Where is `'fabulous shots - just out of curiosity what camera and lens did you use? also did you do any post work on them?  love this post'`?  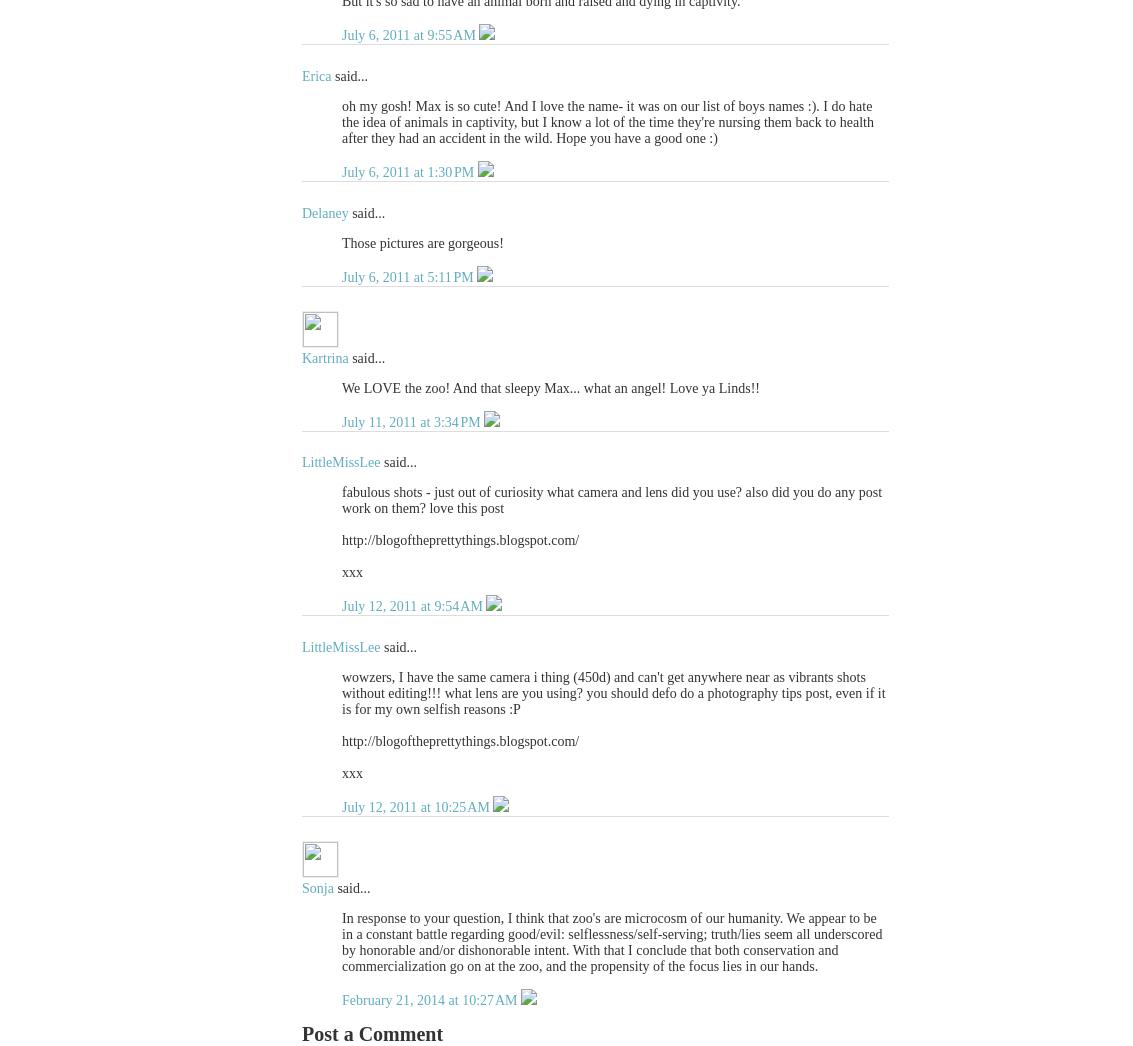
'fabulous shots - just out of curiosity what camera and lens did you use? also did you do any post work on them?  love this post' is located at coordinates (611, 500).